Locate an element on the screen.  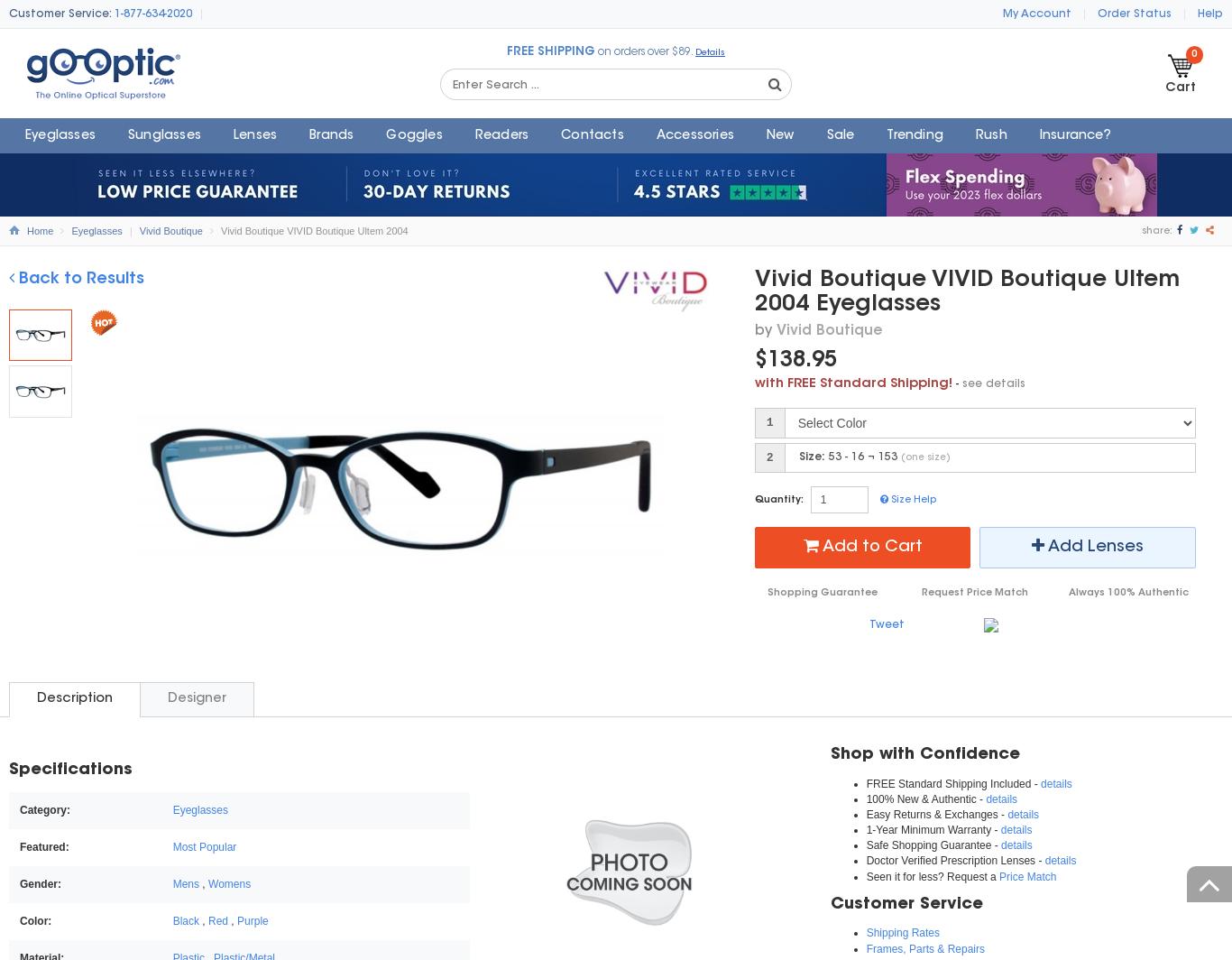
'Add to Cart' is located at coordinates (871, 546).